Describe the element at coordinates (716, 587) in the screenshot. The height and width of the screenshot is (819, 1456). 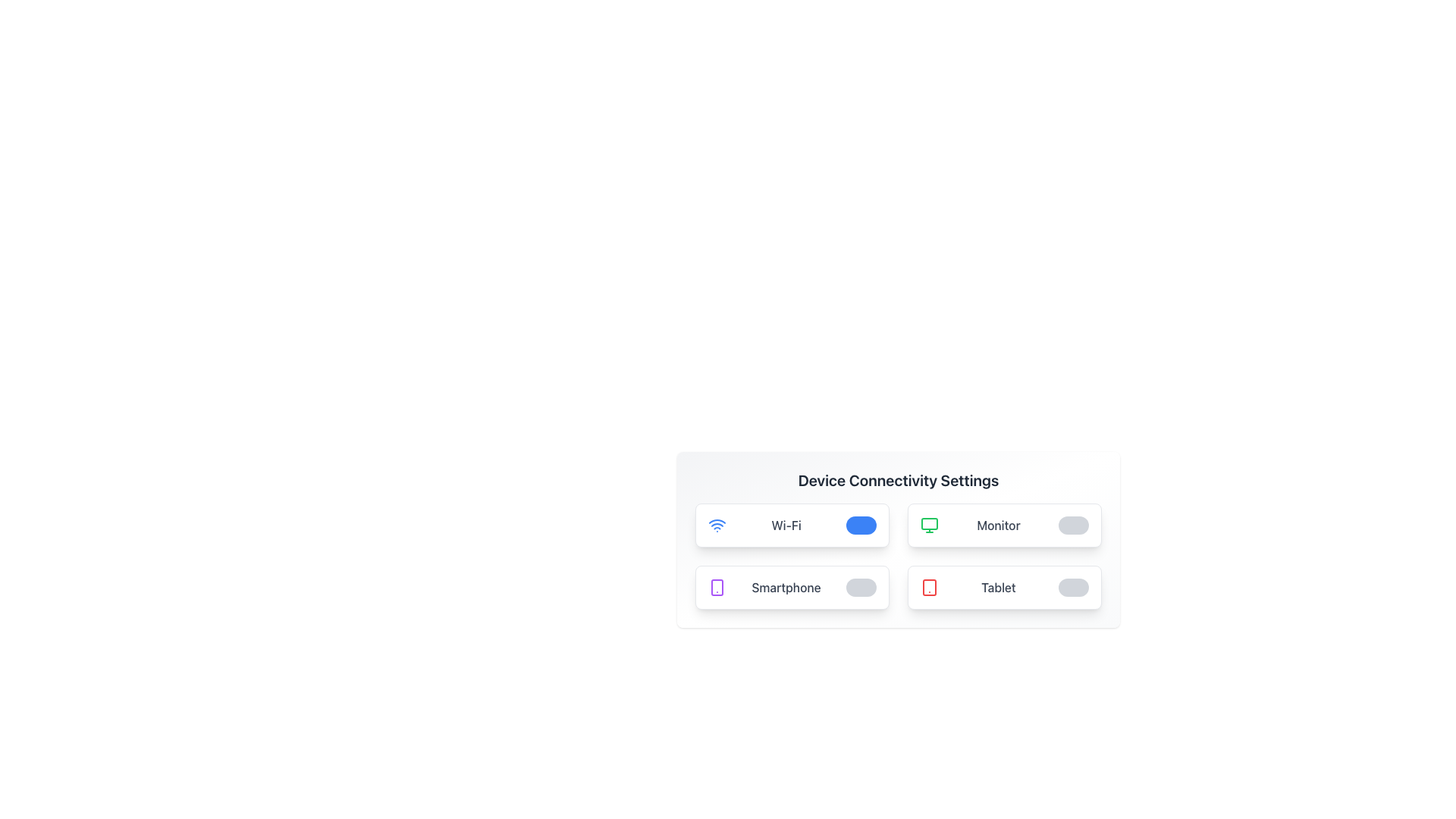
I see `the smartphone icon located in the lower-left section of the settings card, which is the first item in the row labeled 'Smartphone'` at that location.